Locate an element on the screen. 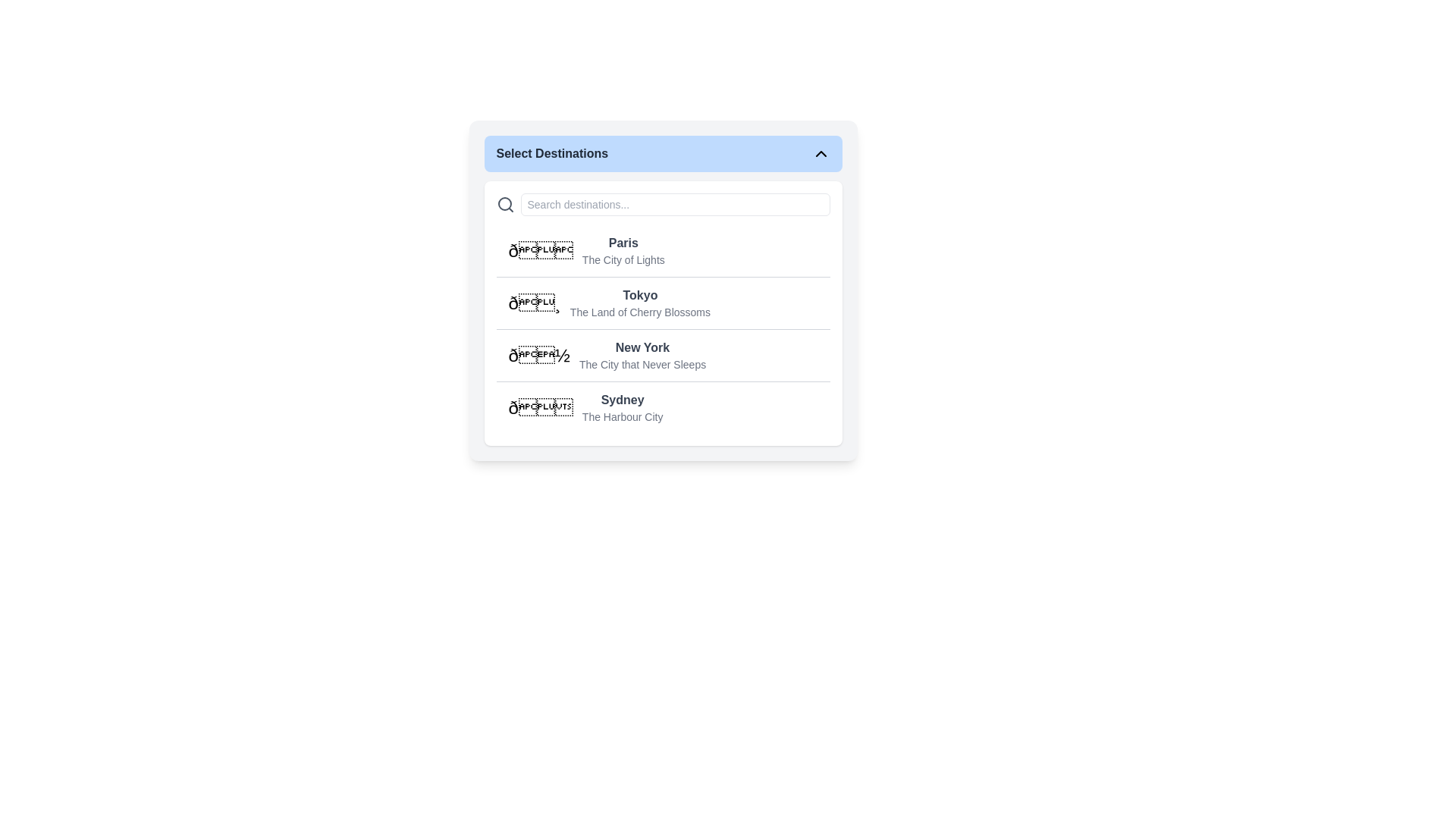 This screenshot has height=819, width=1456. the star icon at the beginning of the row representing 'Paris', which is styled in a bold and large size with a 2xl font class is located at coordinates (541, 250).